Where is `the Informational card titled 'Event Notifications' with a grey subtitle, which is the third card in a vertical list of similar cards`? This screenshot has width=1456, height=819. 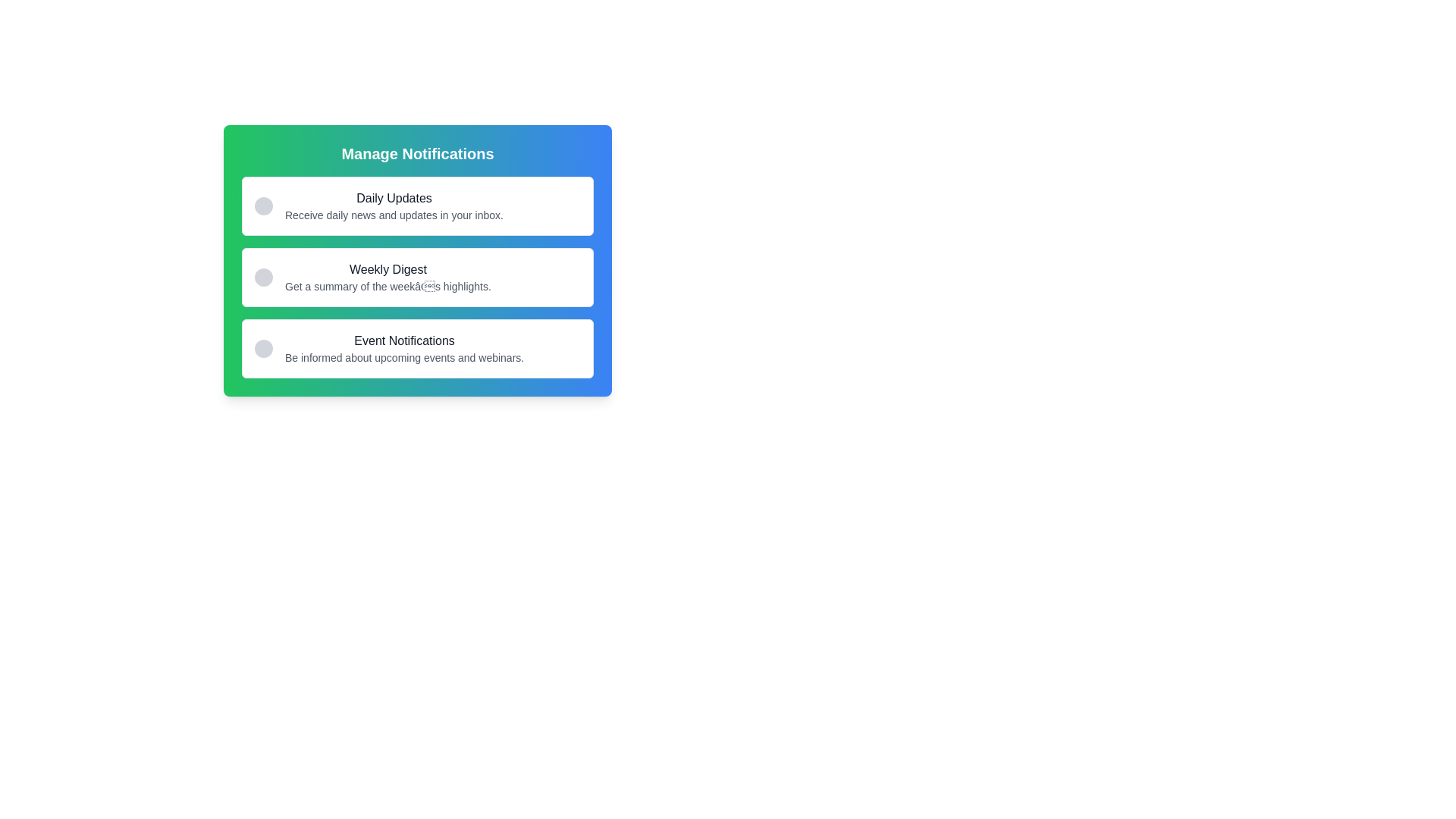 the Informational card titled 'Event Notifications' with a grey subtitle, which is the third card in a vertical list of similar cards is located at coordinates (418, 348).